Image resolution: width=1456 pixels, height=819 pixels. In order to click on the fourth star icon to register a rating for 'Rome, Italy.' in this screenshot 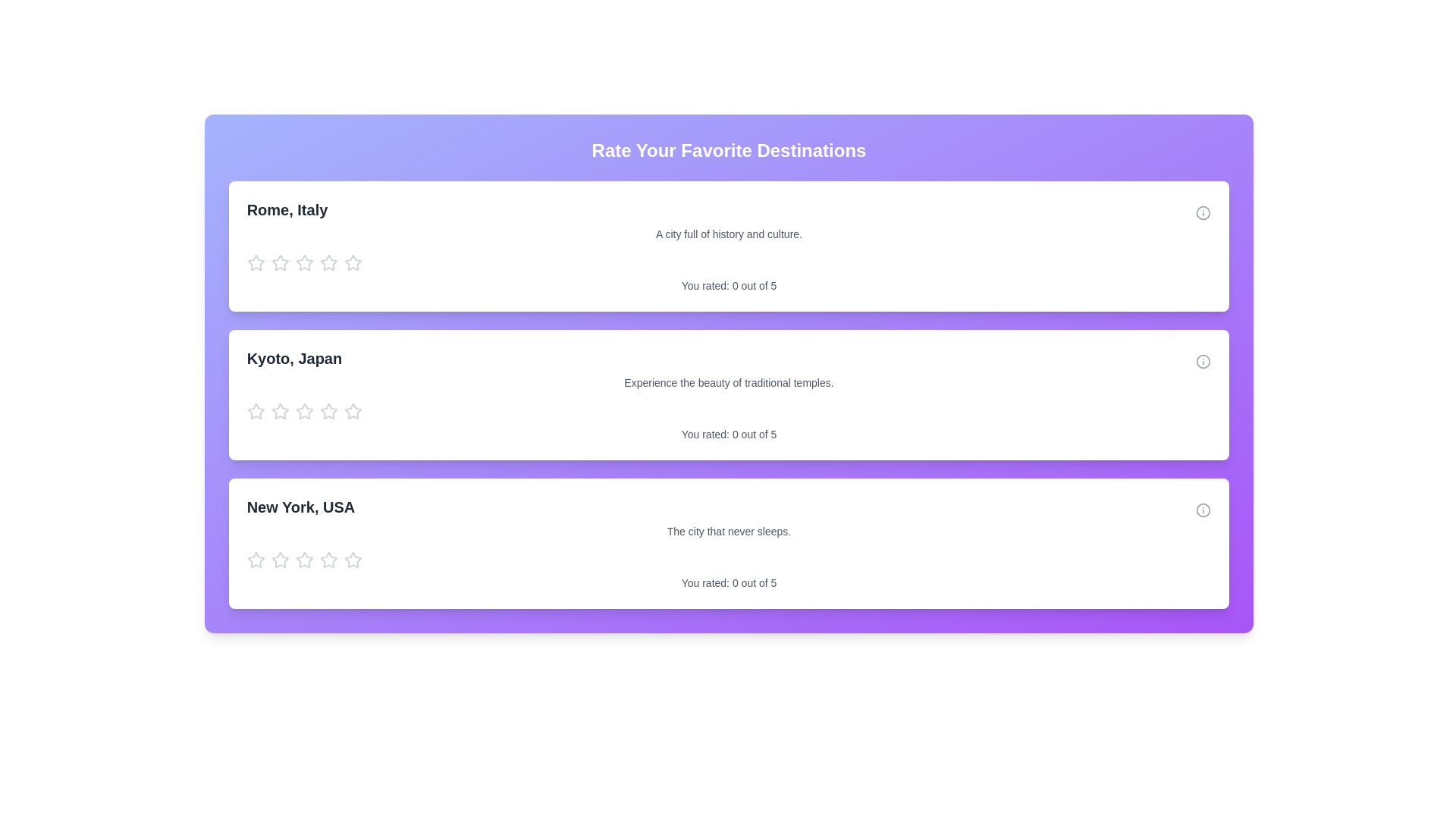, I will do `click(352, 262)`.